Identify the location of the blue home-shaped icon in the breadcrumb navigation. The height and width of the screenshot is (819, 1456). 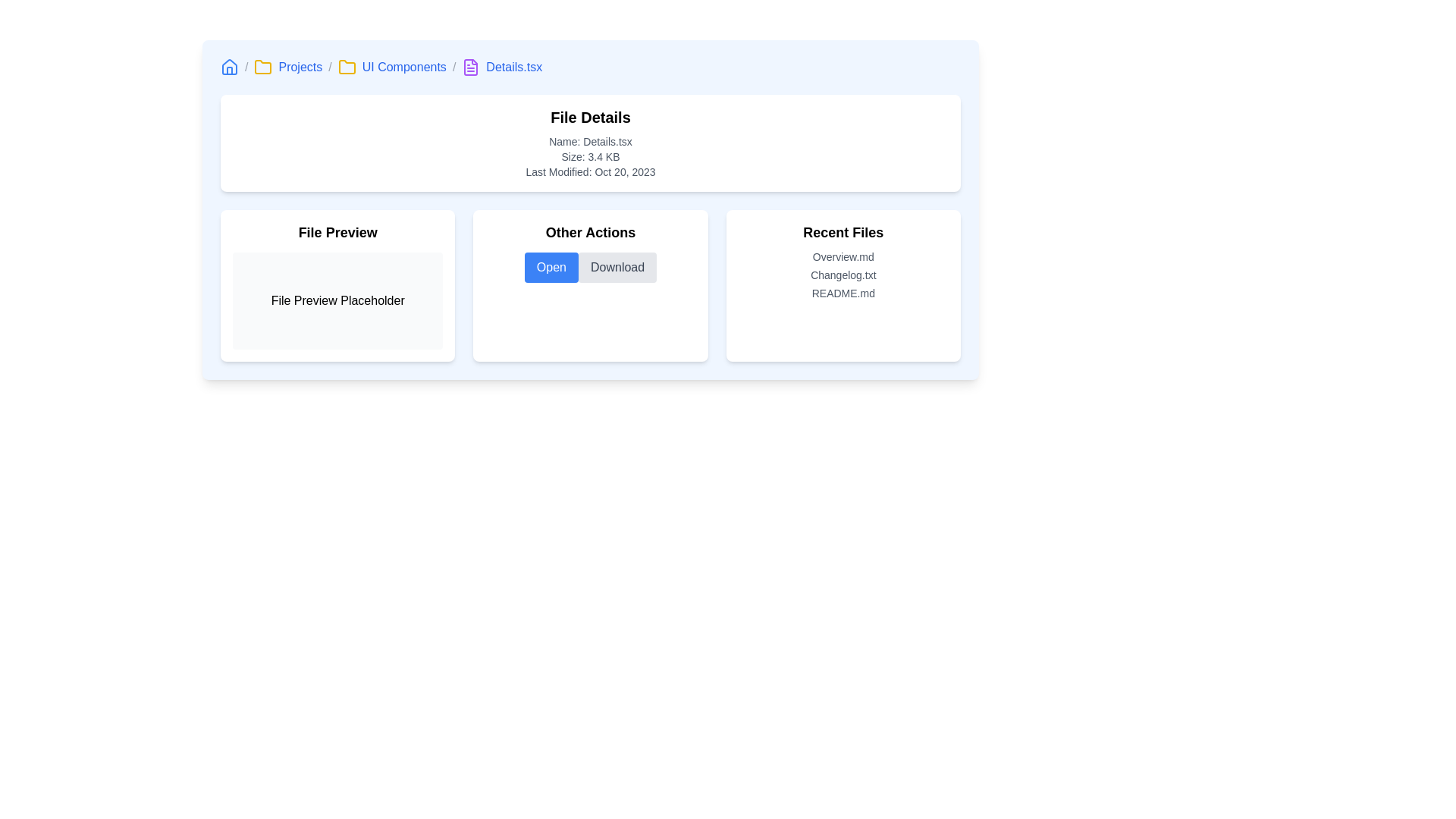
(262, 66).